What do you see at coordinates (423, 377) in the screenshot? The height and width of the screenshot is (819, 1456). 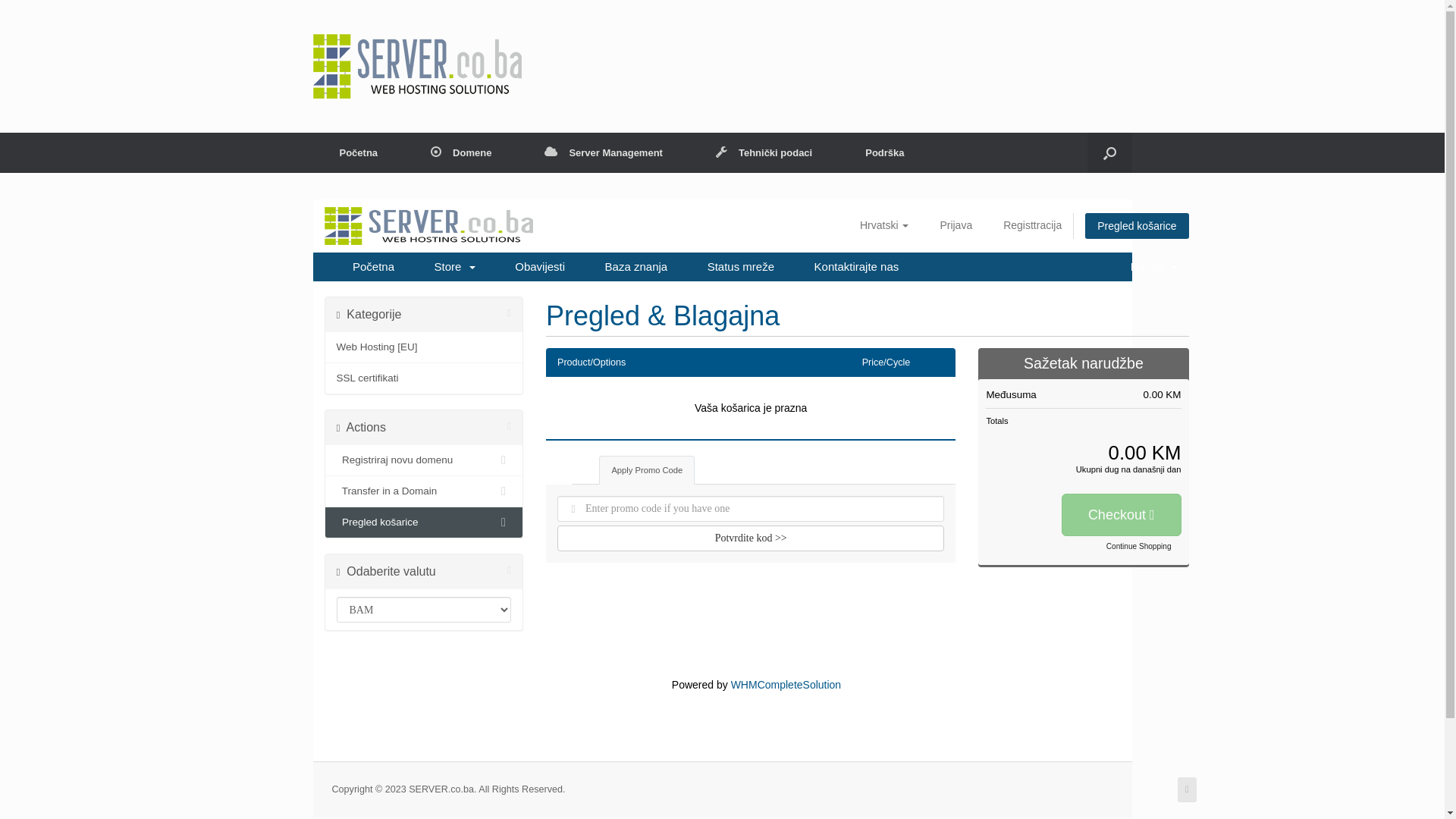 I see `'SSL certifikati'` at bounding box center [423, 377].